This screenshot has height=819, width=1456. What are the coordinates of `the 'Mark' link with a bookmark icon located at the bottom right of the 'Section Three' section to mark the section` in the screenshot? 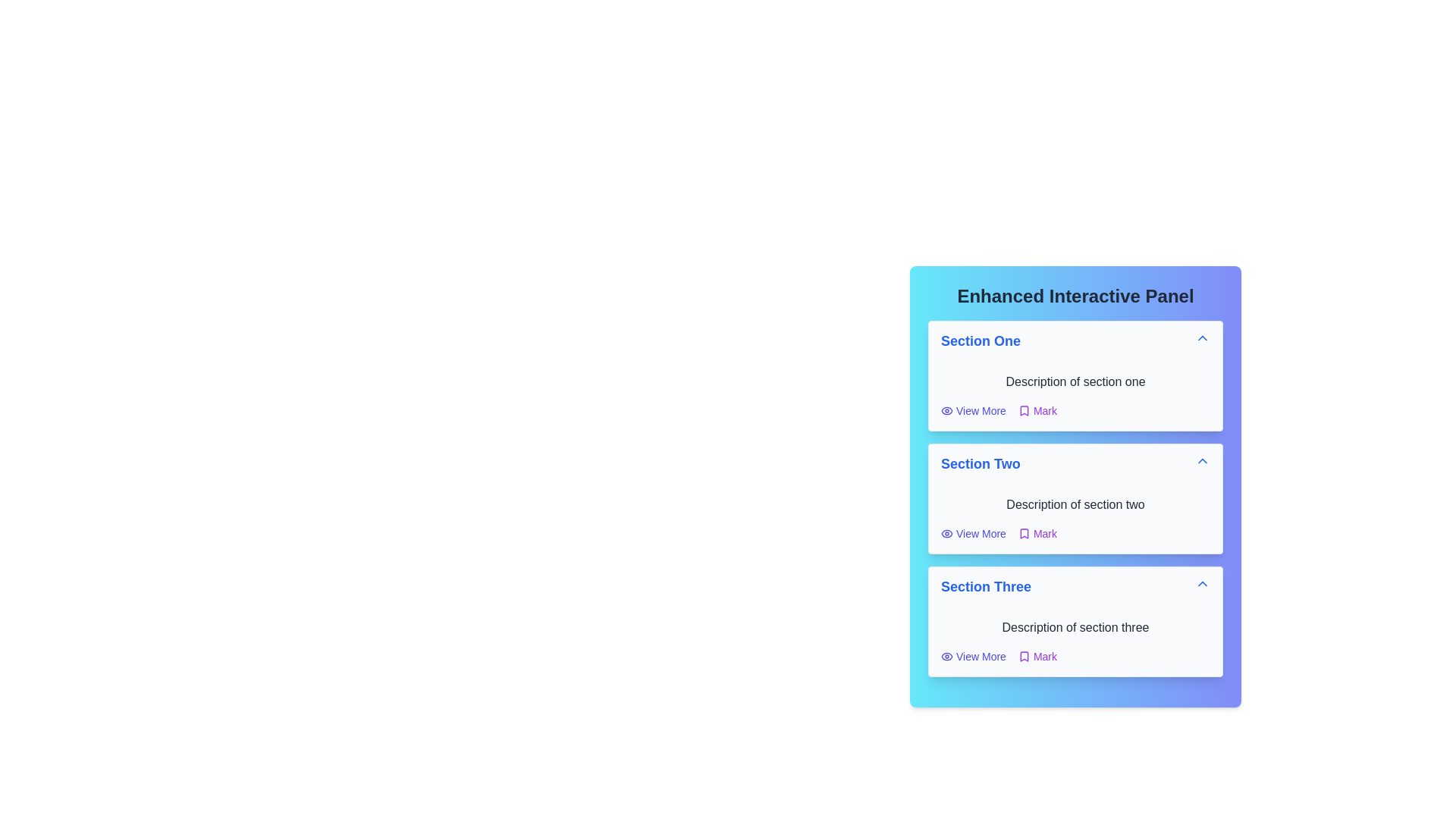 It's located at (1037, 656).